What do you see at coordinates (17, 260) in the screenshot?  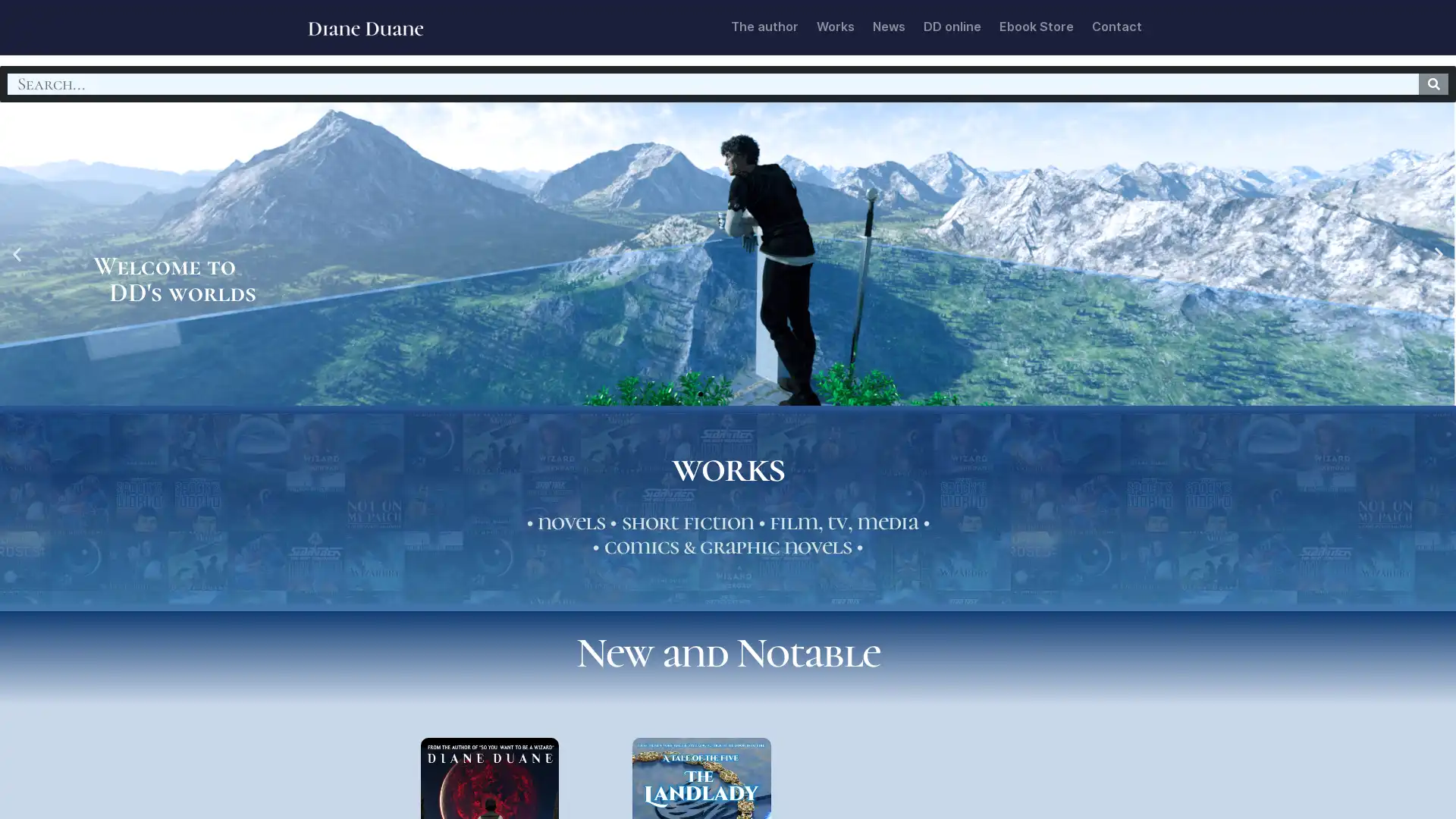 I see `Previous slide` at bounding box center [17, 260].